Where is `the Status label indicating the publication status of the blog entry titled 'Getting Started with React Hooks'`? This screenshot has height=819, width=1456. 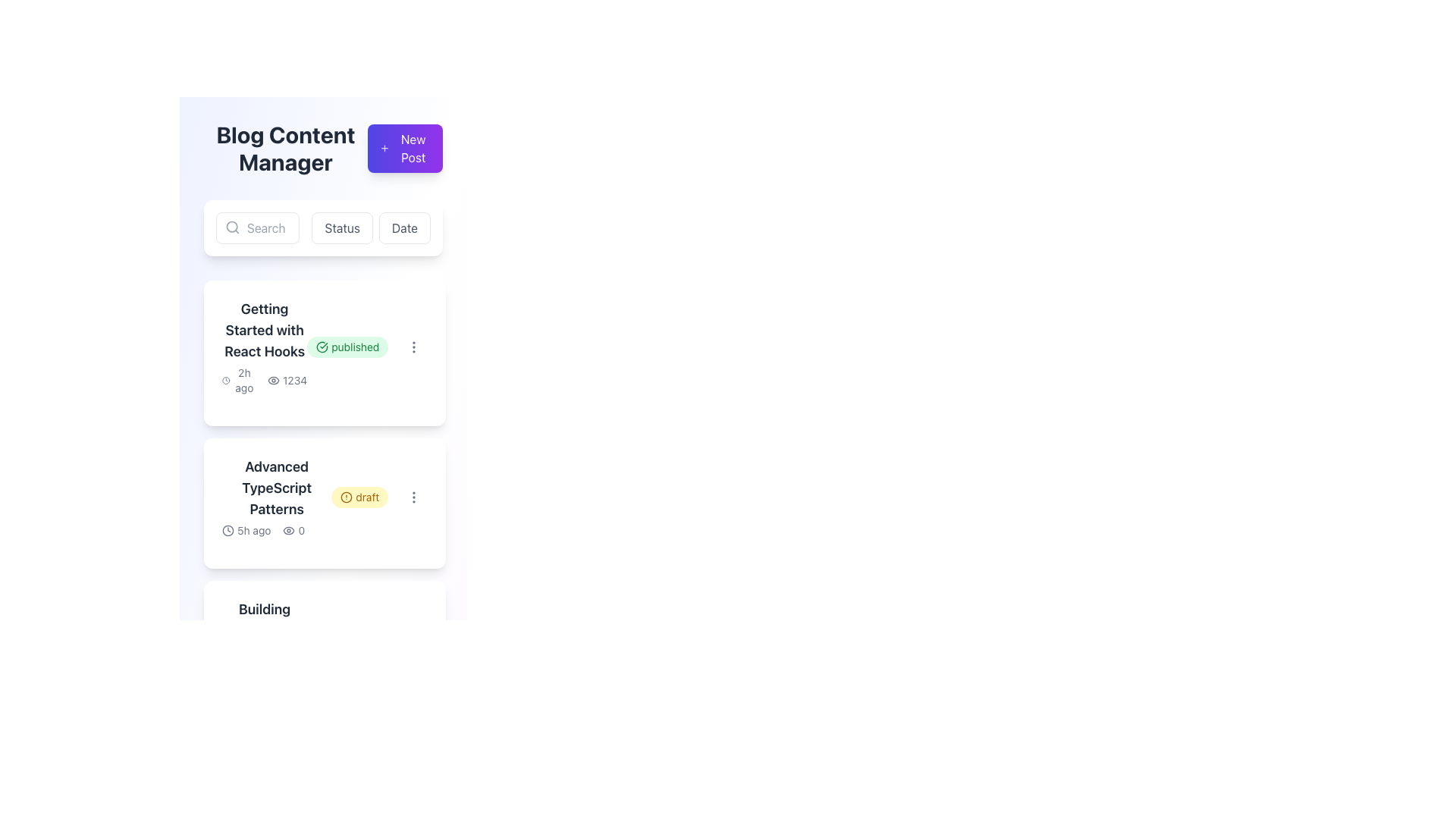
the Status label indicating the publication status of the blog entry titled 'Getting Started with React Hooks' is located at coordinates (347, 347).